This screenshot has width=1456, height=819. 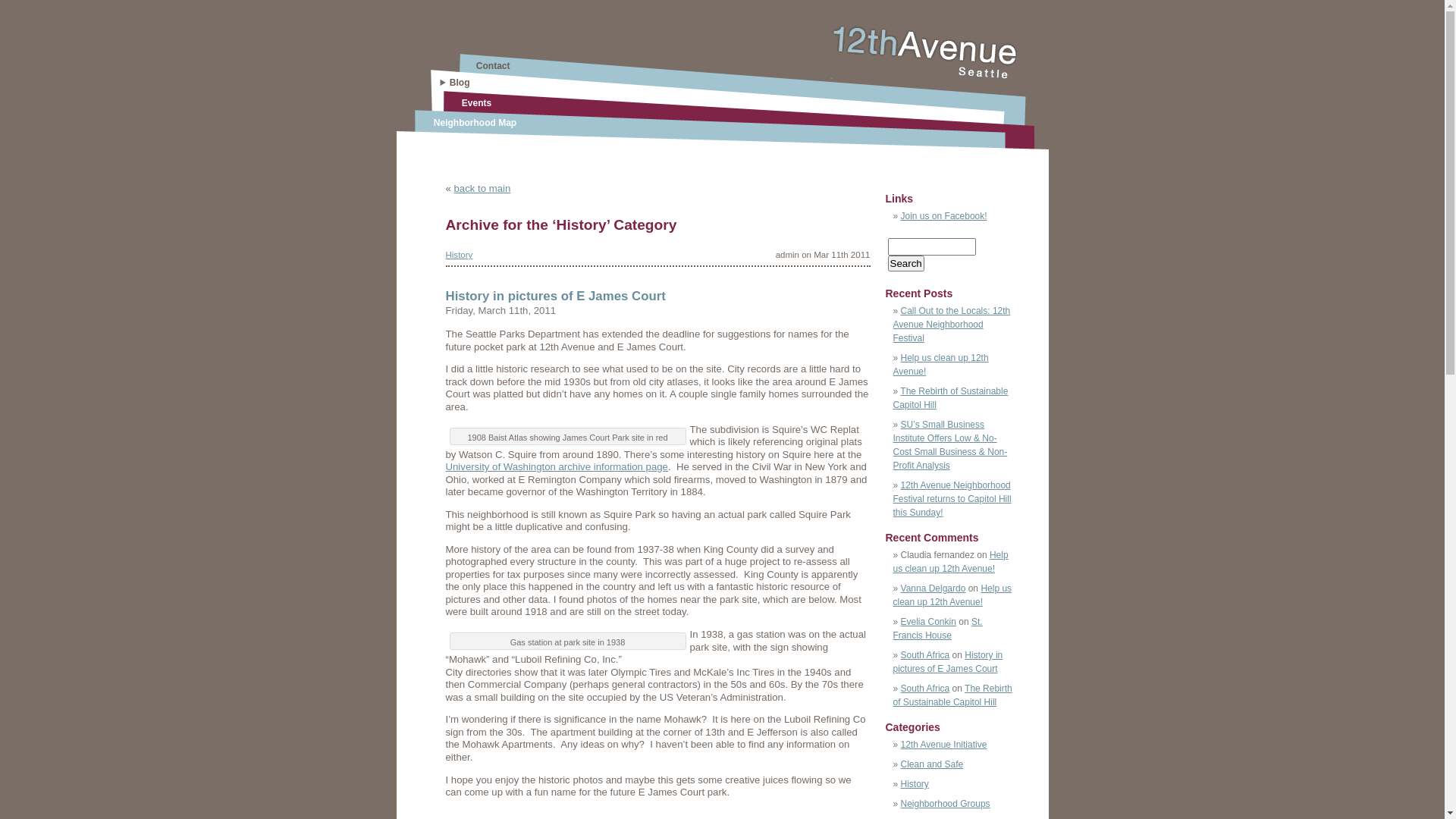 I want to click on 'Help us clean up 12th Avenue!', so click(x=952, y=595).